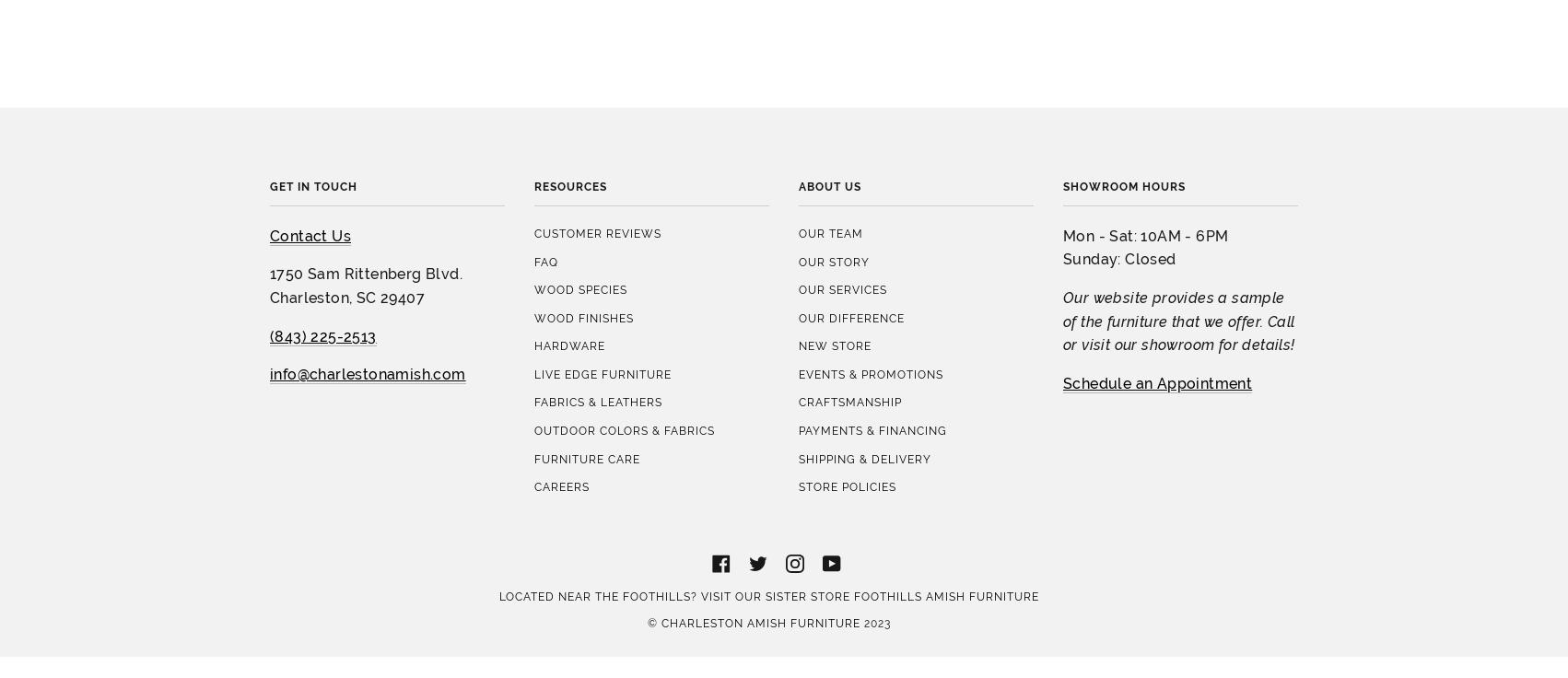  I want to click on 'Contact Us', so click(310, 72).